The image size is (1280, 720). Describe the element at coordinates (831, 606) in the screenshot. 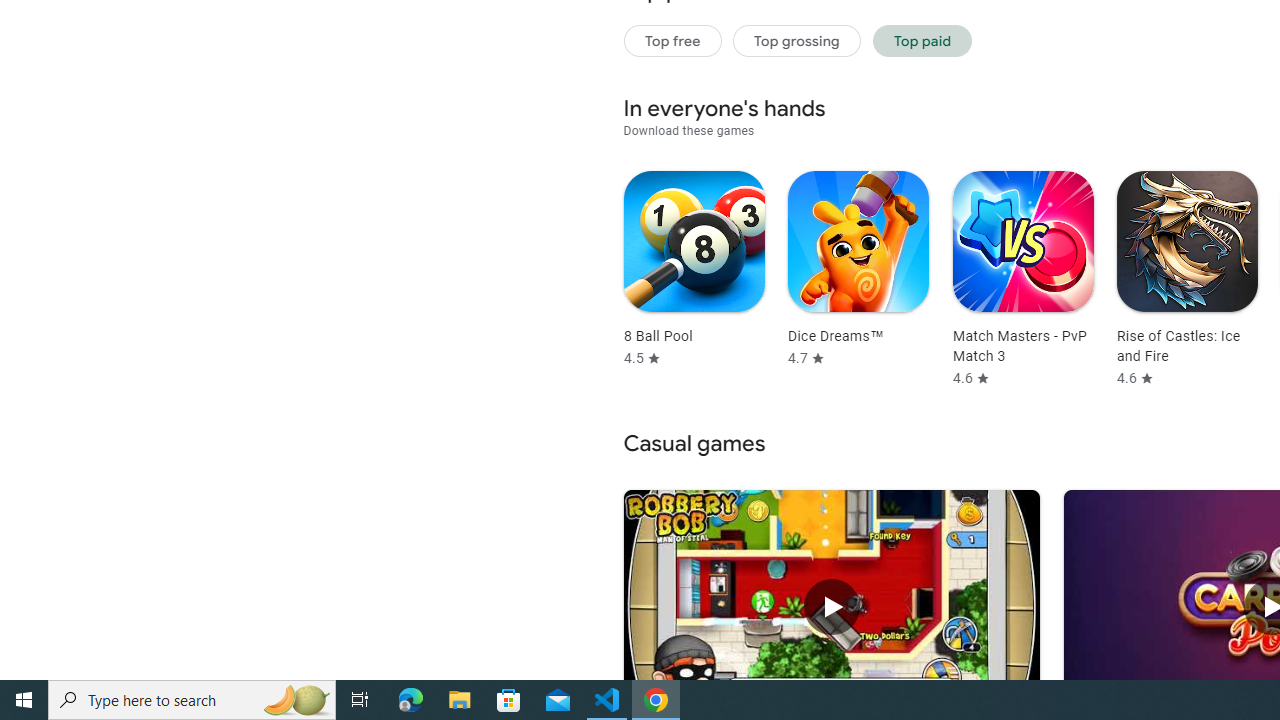

I see `'Play Robbery Bob - King of Sneak'` at that location.